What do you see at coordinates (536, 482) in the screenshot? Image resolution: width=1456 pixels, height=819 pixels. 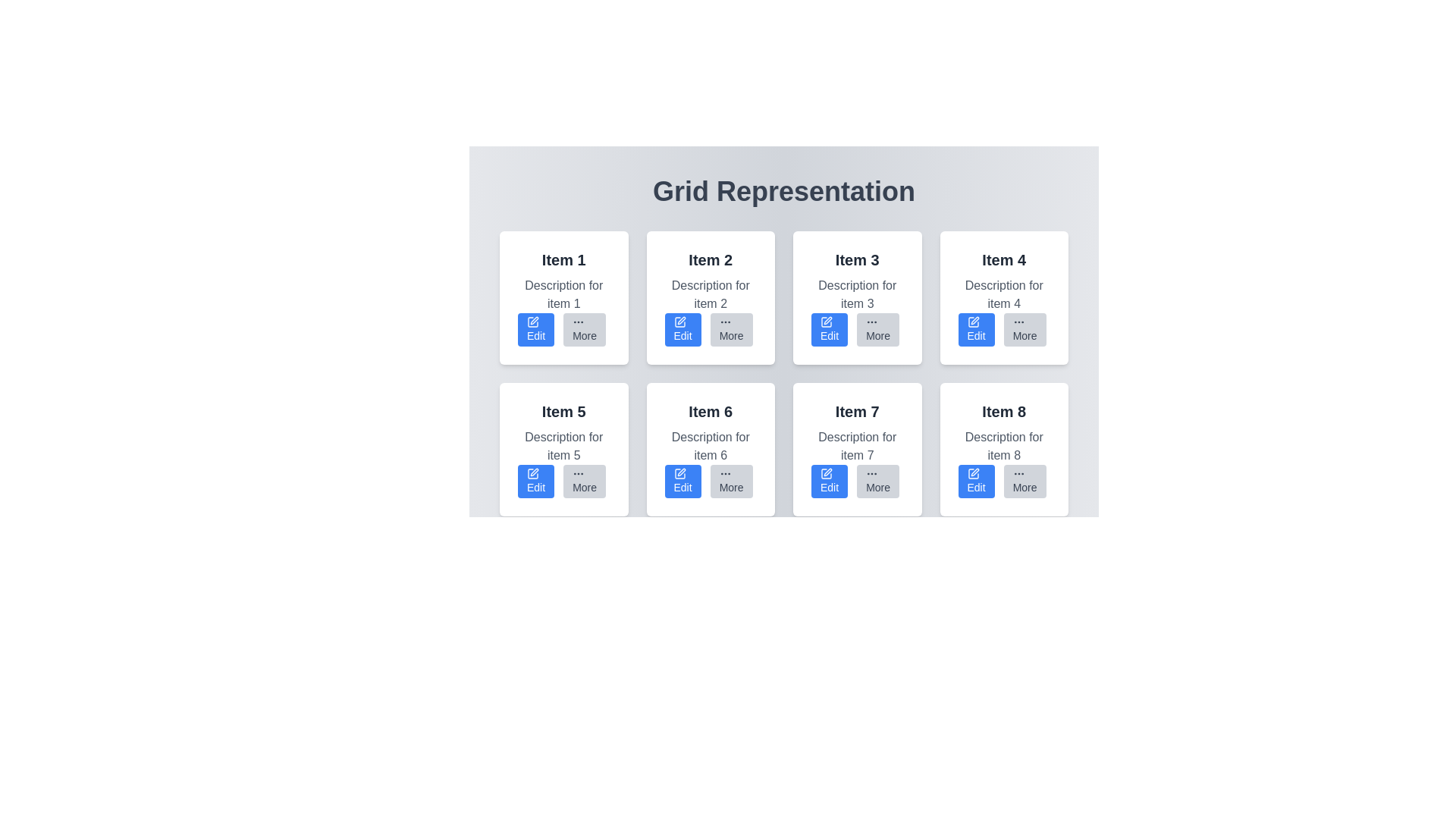 I see `the 'Edit' button with white text on a blue background, located in the bottom-left section of the card for 'Item 5', to initiate editing` at bounding box center [536, 482].